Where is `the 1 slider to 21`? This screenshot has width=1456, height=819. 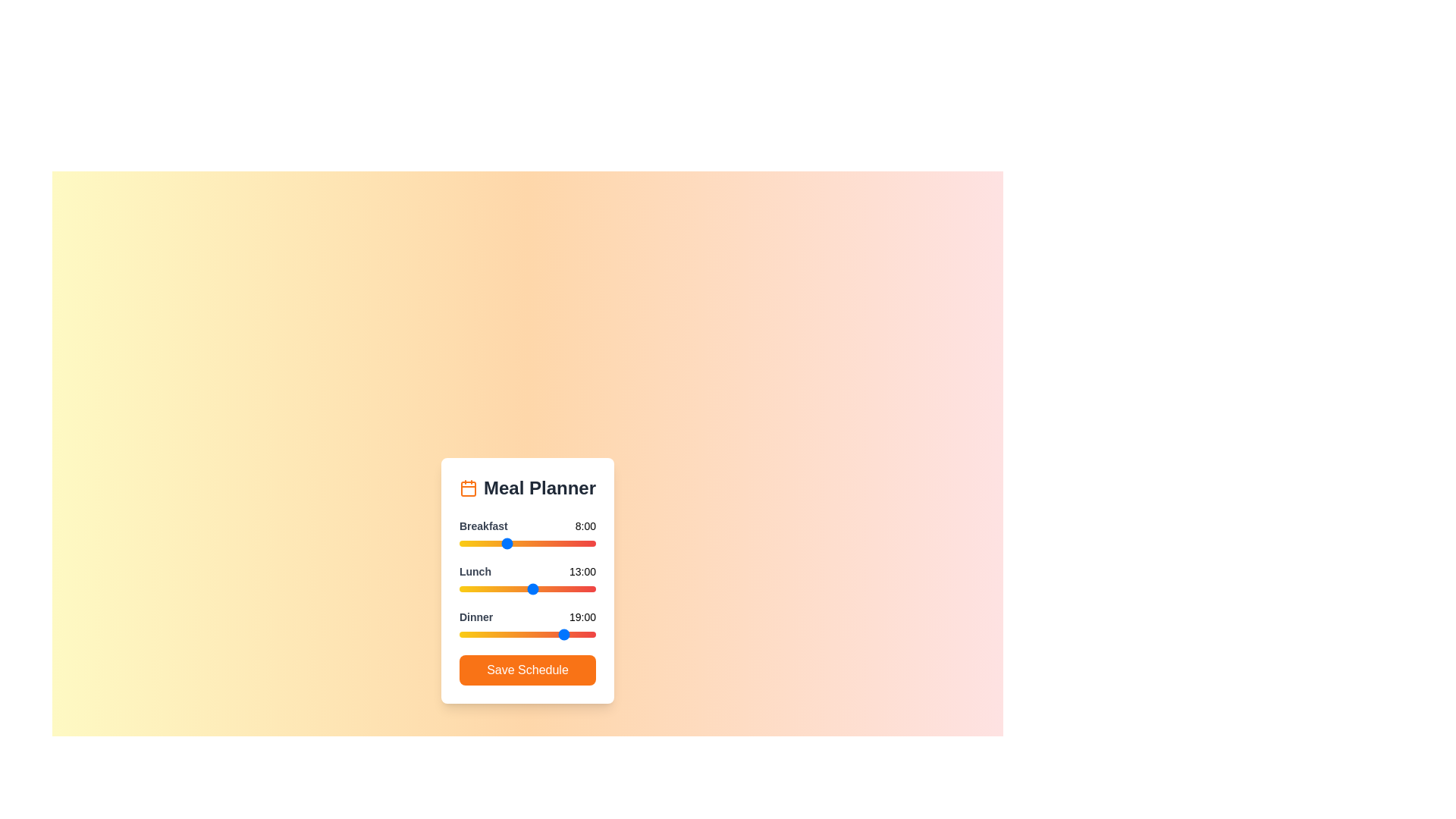 the 1 slider to 21 is located at coordinates (578, 588).